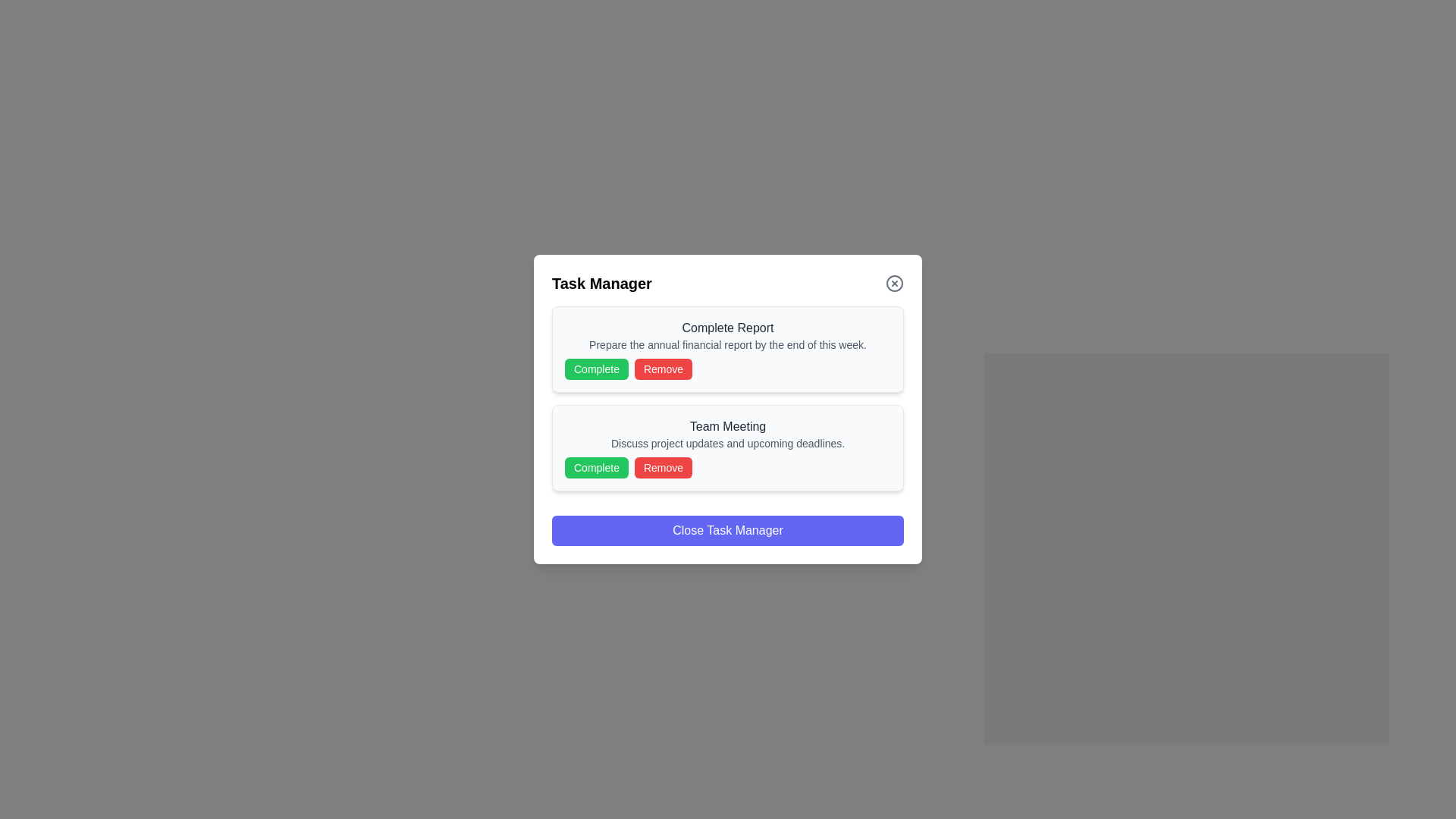 This screenshot has width=1456, height=819. Describe the element at coordinates (601, 284) in the screenshot. I see `the header text 'Task Manager' which is styled in a bold and prominent font, located at the top left of the task management modal` at that location.